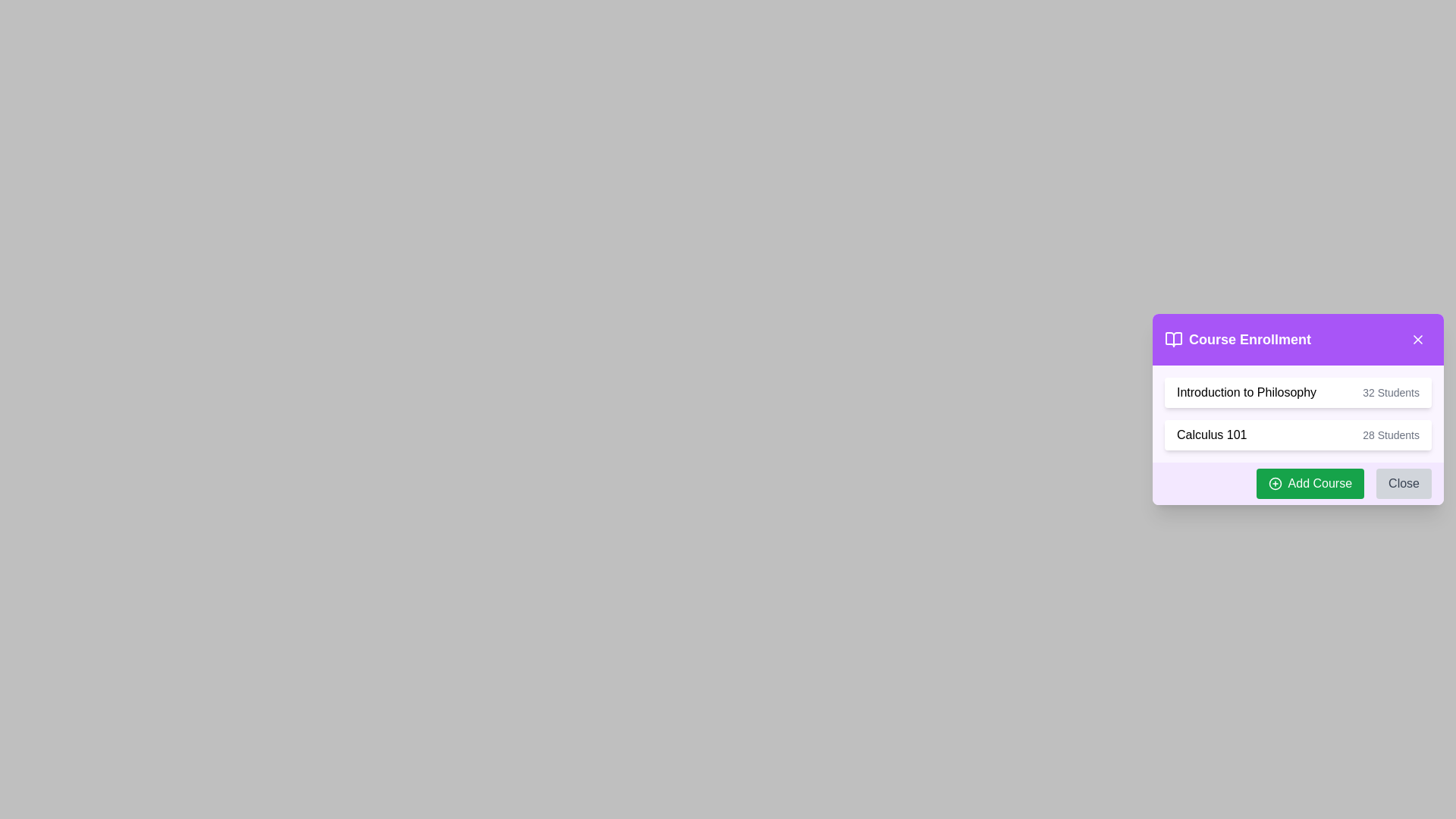  I want to click on the 'Calculus 101' course informative display element, which is the second item in a vertically stacked list within a purple modal window, so click(1298, 435).